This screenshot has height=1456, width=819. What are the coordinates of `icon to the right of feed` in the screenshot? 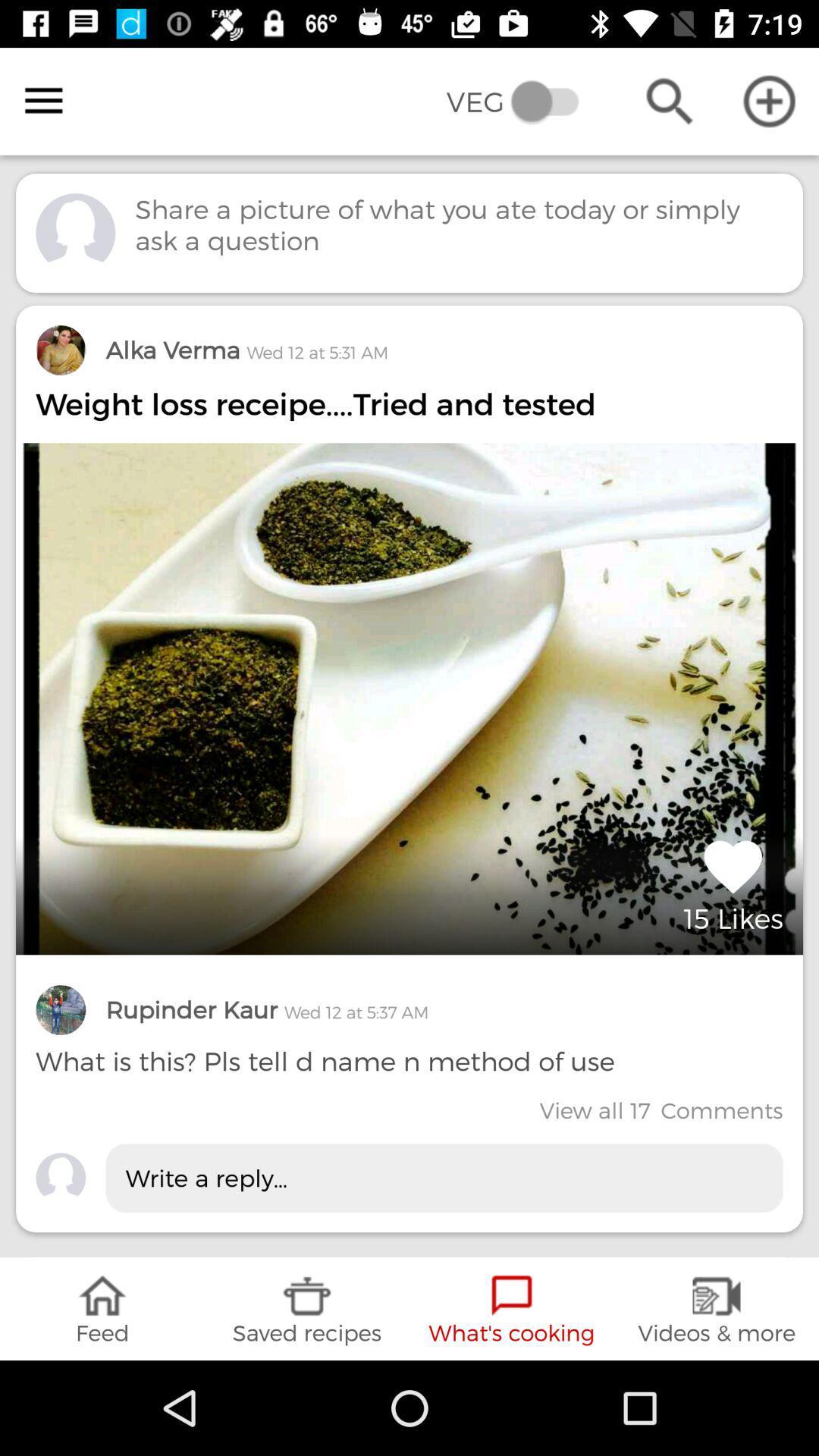 It's located at (307, 1308).